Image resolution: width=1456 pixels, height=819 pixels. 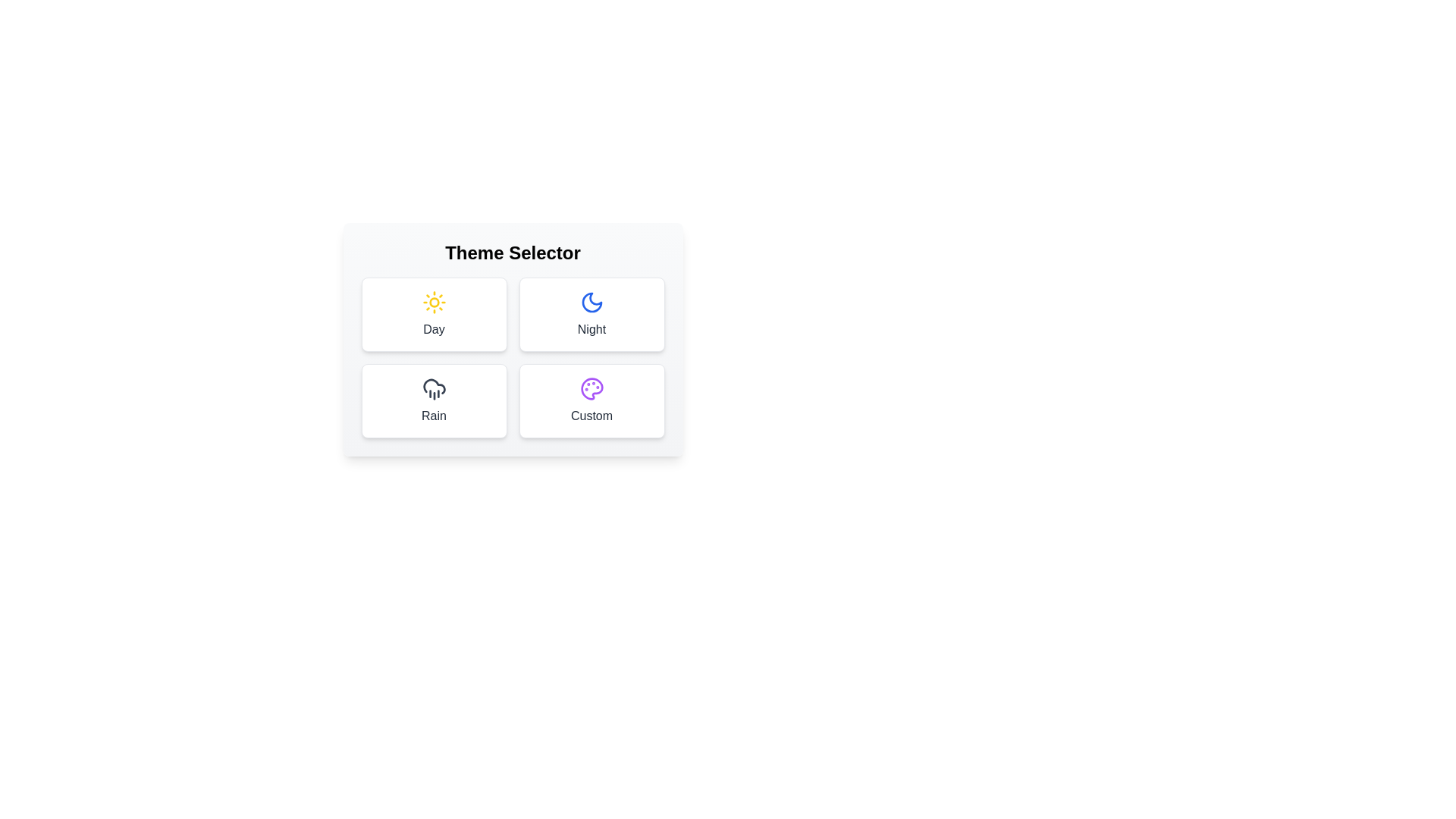 What do you see at coordinates (591, 314) in the screenshot?
I see `the theme icon for Night` at bounding box center [591, 314].